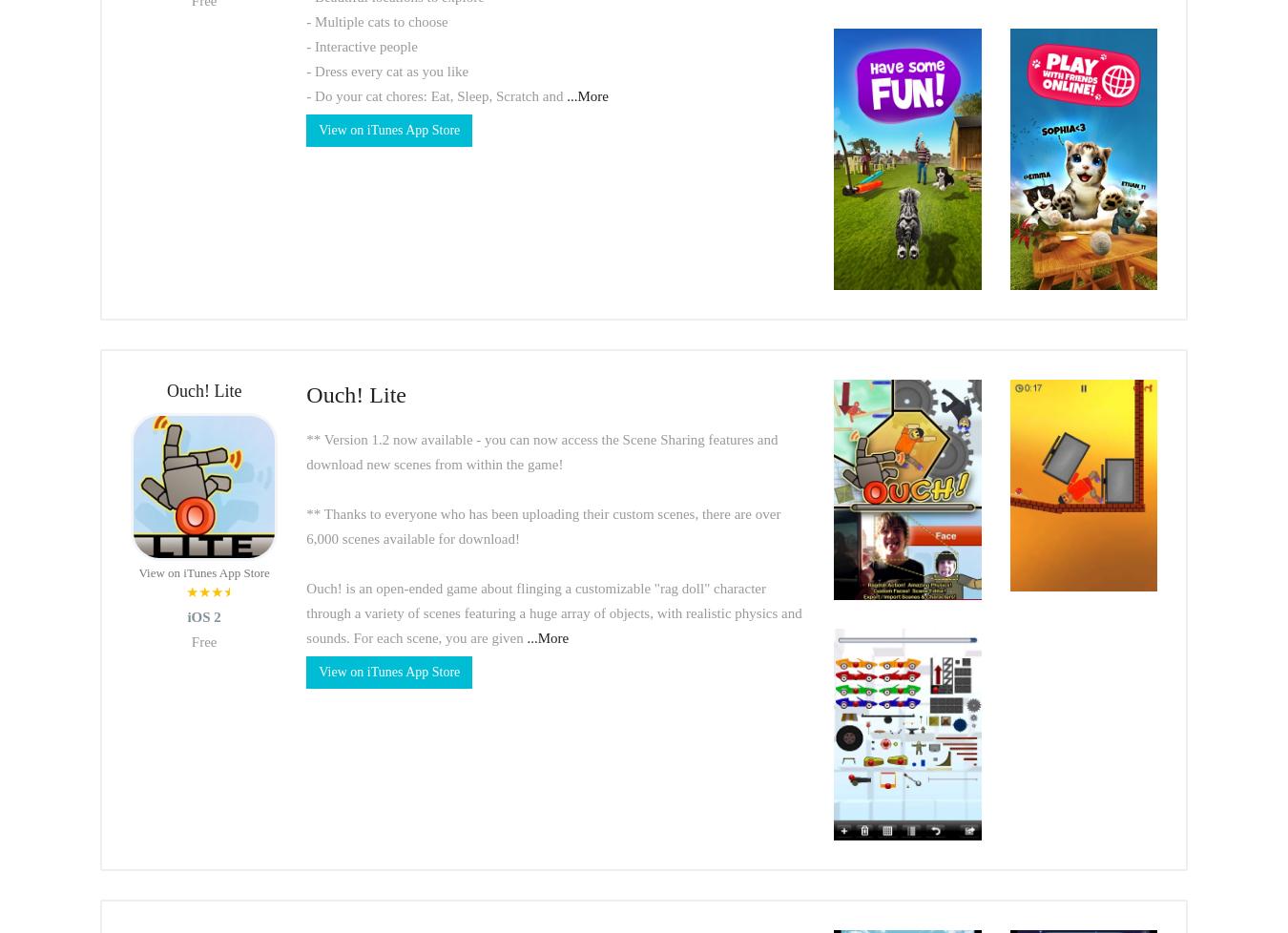 The width and height of the screenshot is (1288, 933). What do you see at coordinates (543, 526) in the screenshot?
I see `'** Thanks to everyone who has been uploading their custom scenes, there are over 6,000 scenes available for download!'` at bounding box center [543, 526].